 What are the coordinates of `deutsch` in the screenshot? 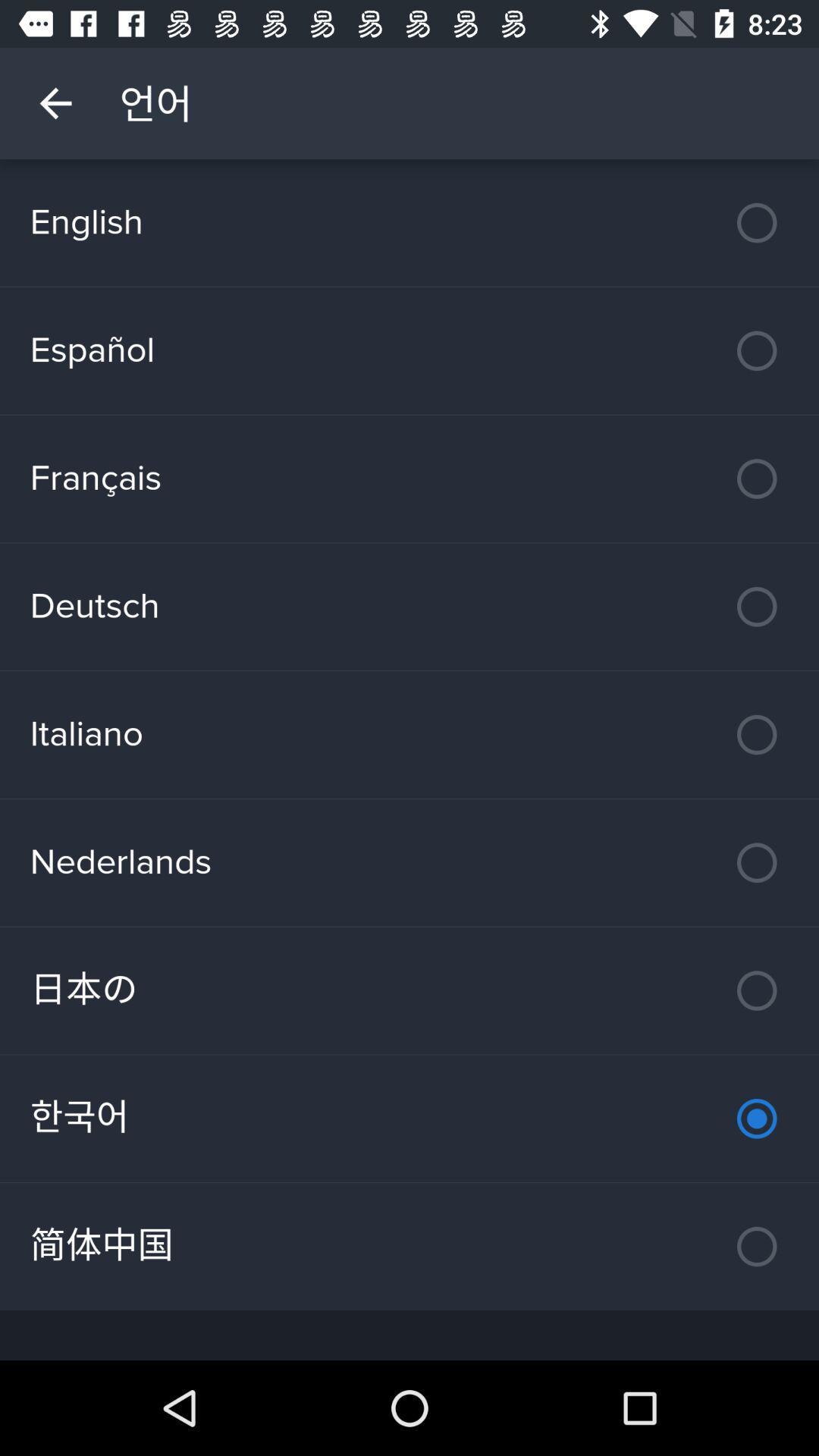 It's located at (409, 607).